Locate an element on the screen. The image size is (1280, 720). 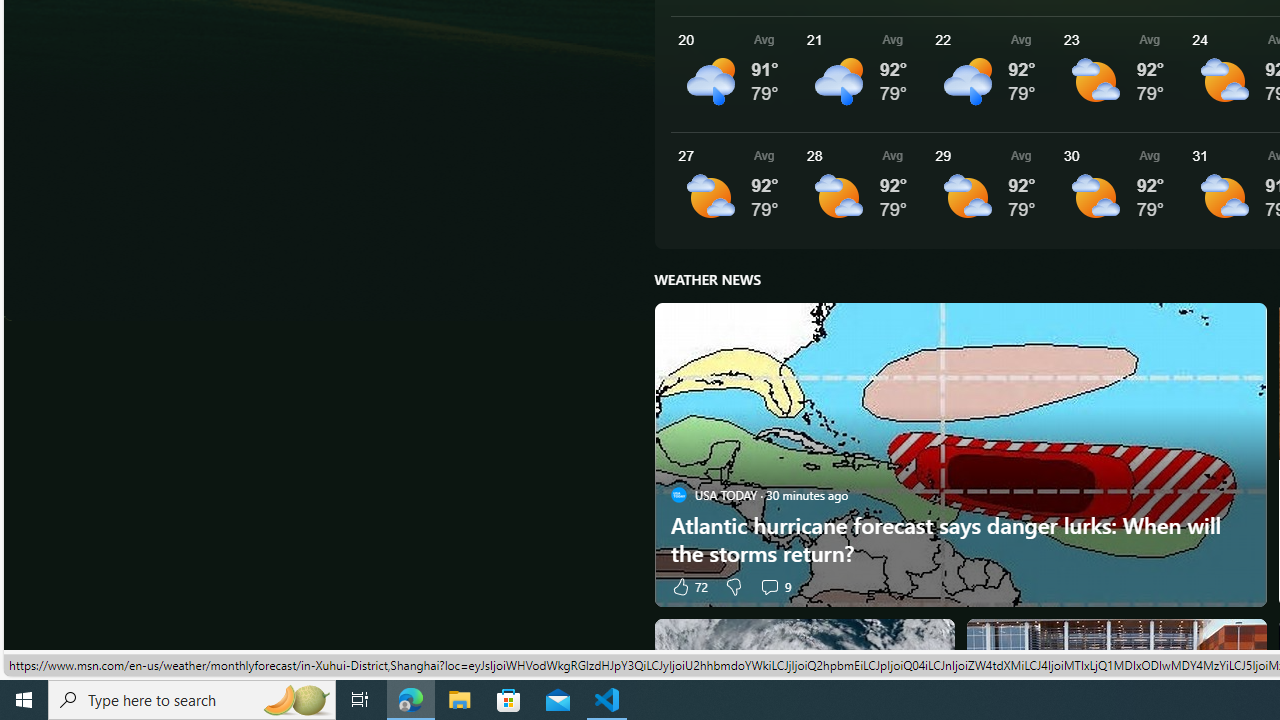
'View comments 9 Comment' is located at coordinates (774, 585).